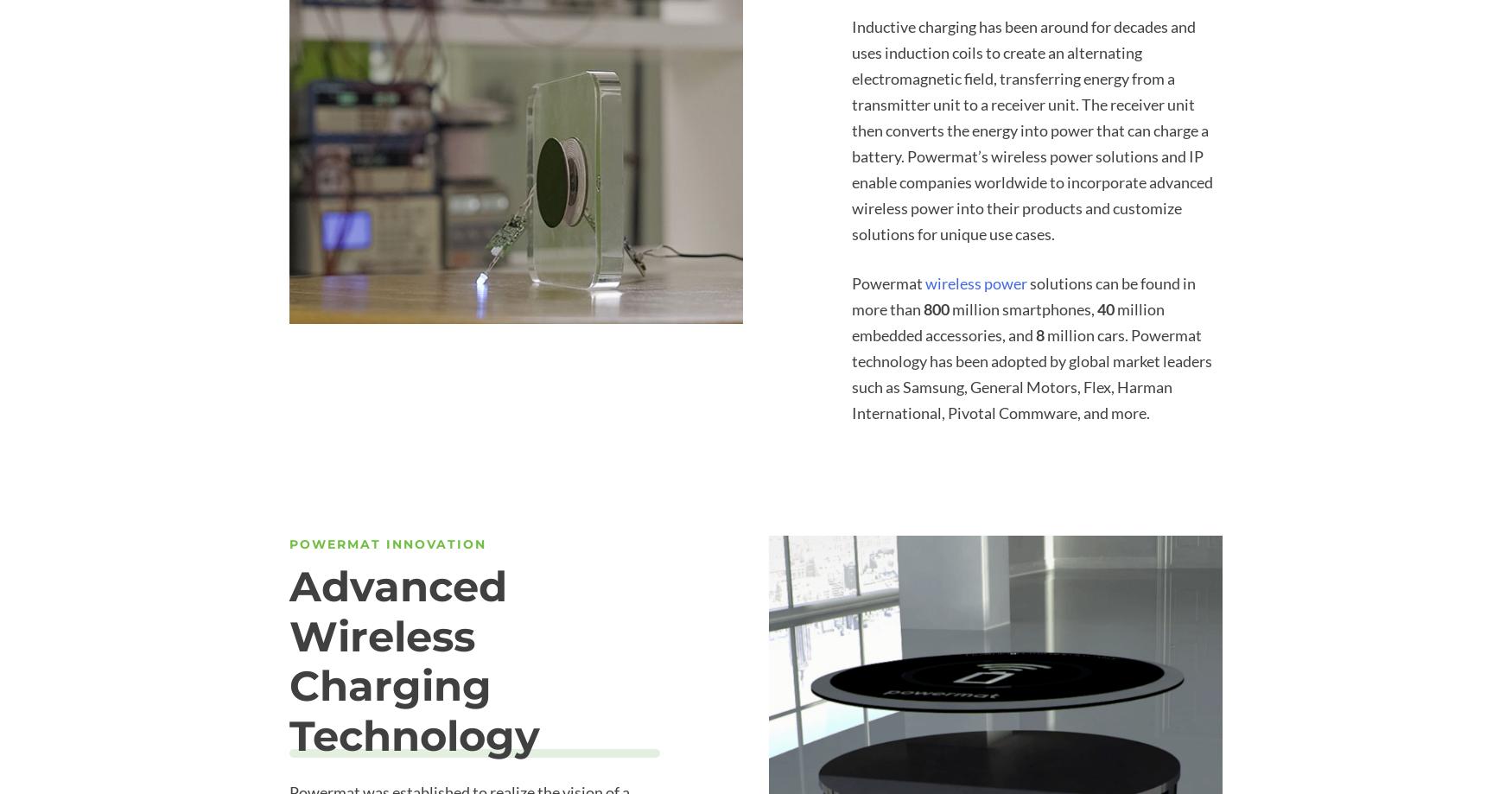  What do you see at coordinates (1022, 295) in the screenshot?
I see `'solutions can be found in more than'` at bounding box center [1022, 295].